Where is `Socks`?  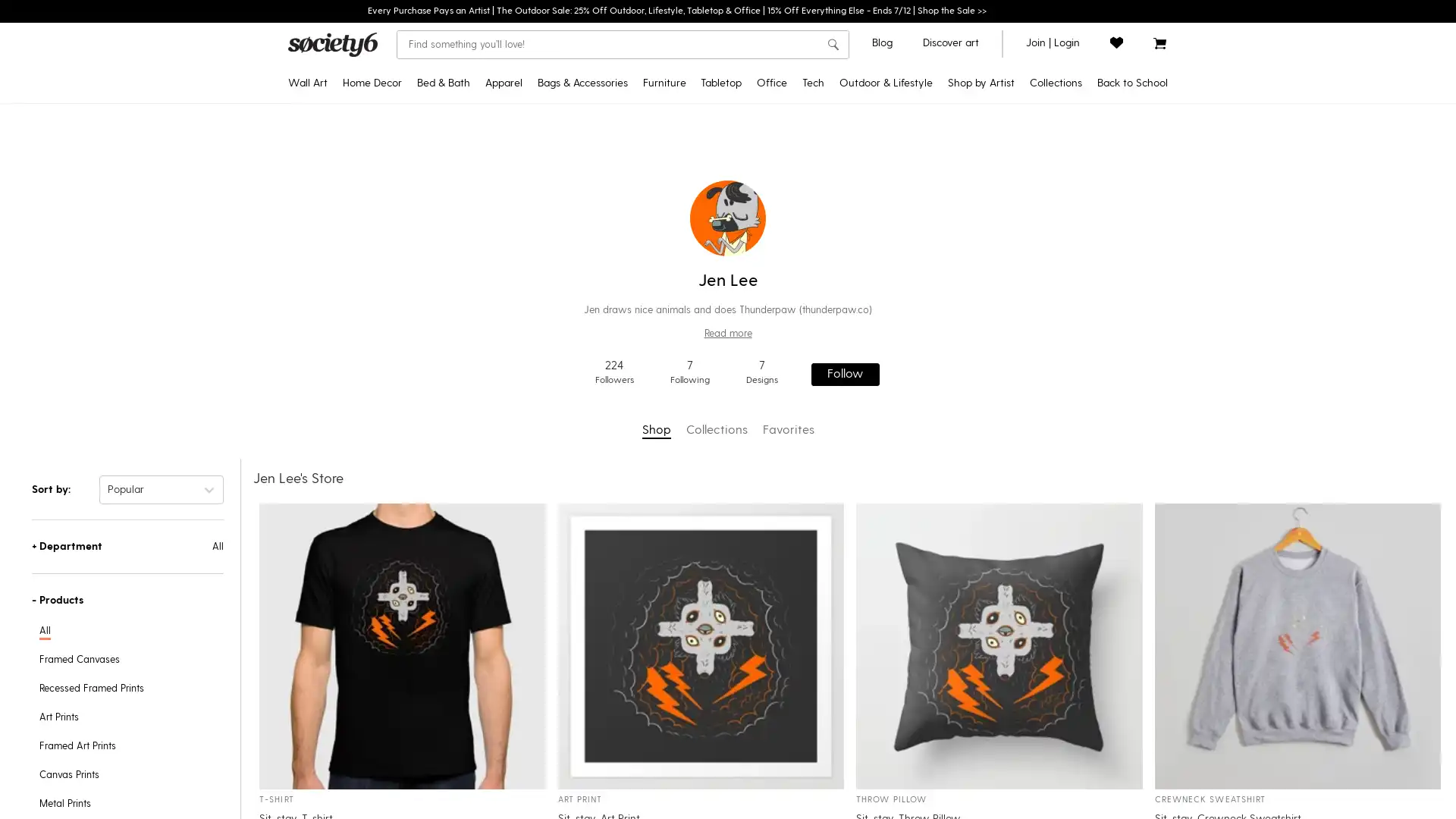
Socks is located at coordinates (592, 219).